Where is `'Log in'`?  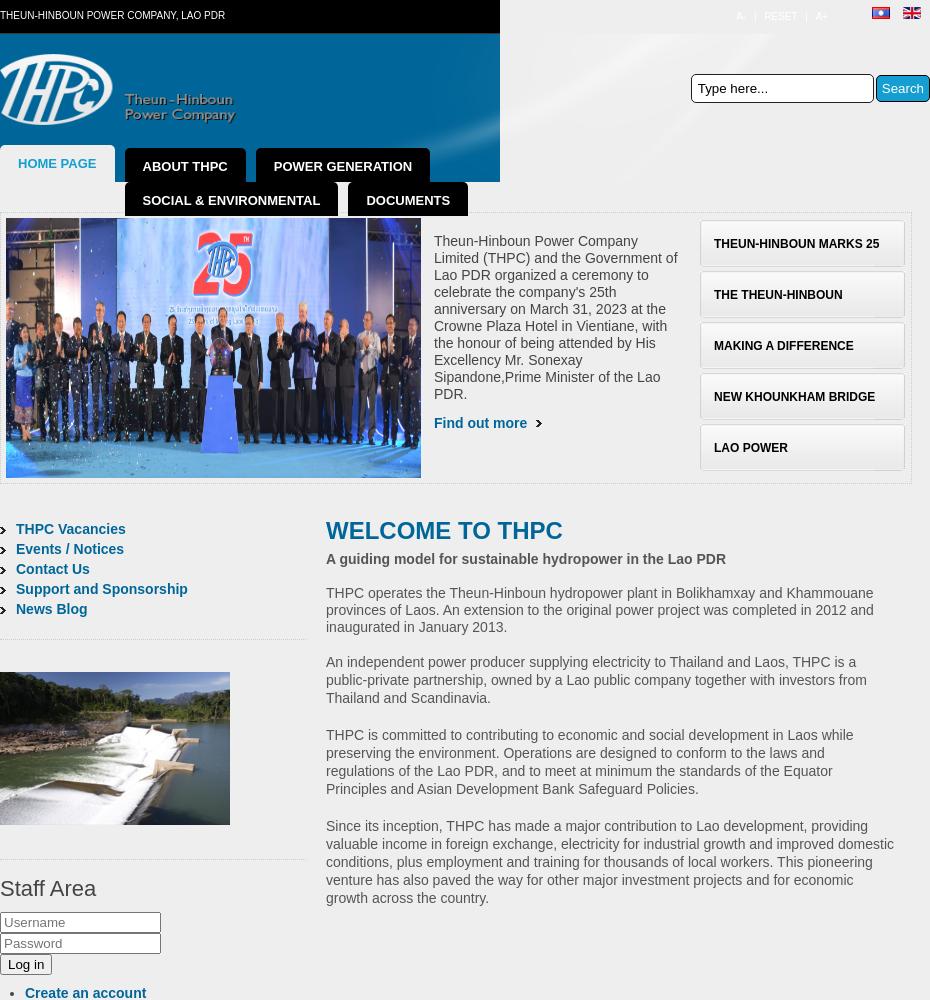 'Log in' is located at coordinates (25, 963).